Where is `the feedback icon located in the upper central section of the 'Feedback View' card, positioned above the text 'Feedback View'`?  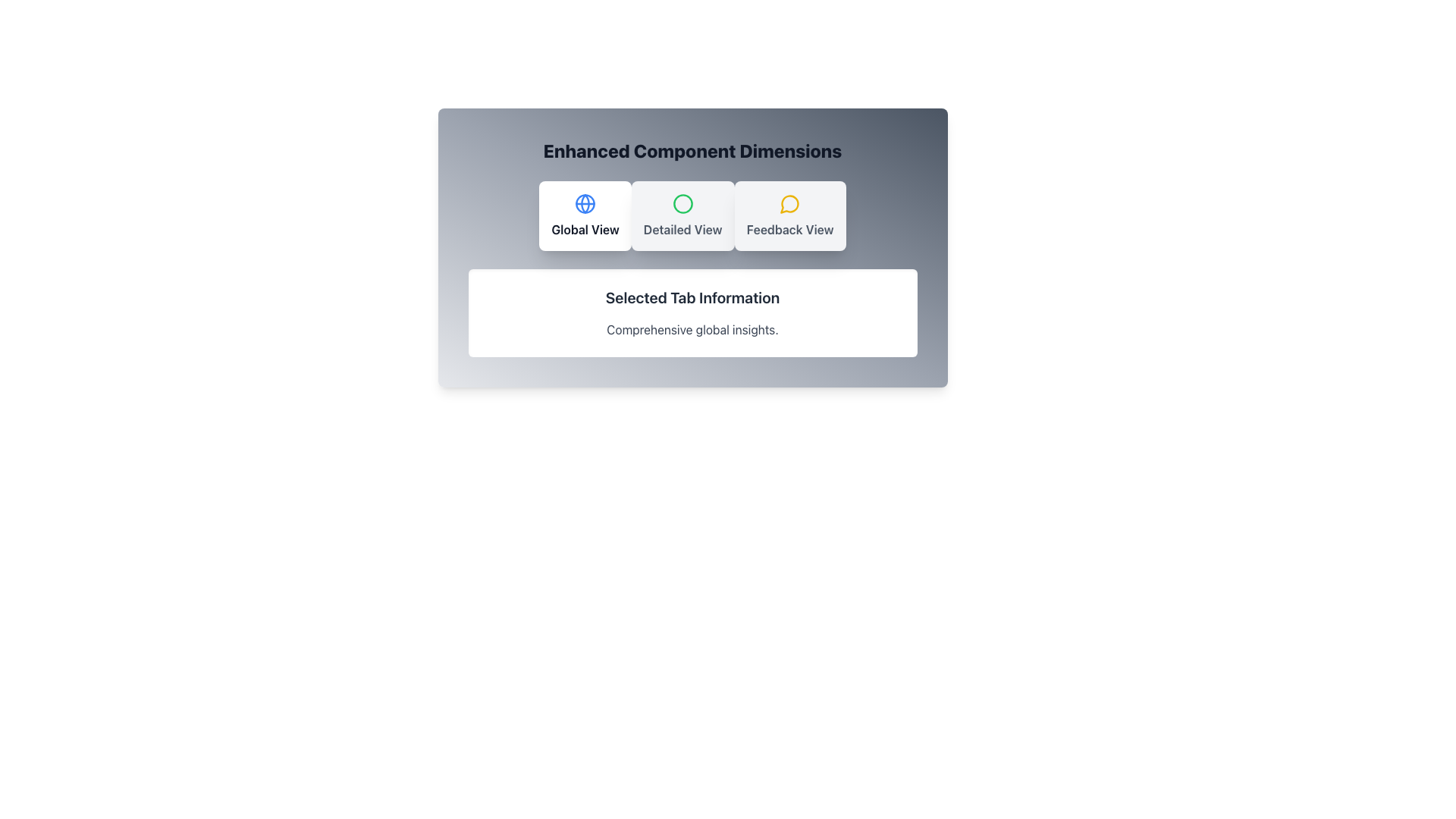 the feedback icon located in the upper central section of the 'Feedback View' card, positioned above the text 'Feedback View' is located at coordinates (789, 203).